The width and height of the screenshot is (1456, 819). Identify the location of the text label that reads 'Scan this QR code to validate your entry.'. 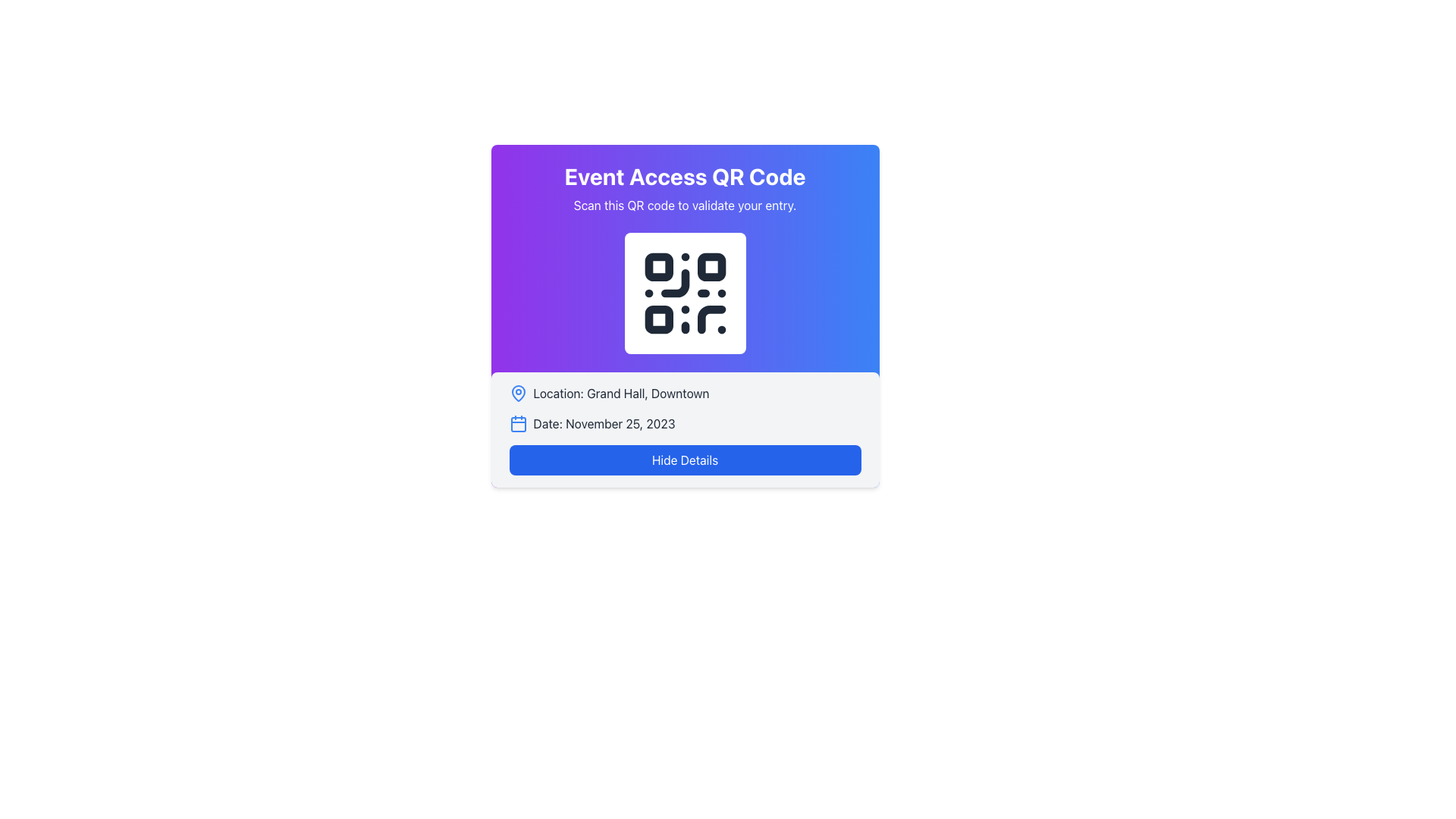
(684, 205).